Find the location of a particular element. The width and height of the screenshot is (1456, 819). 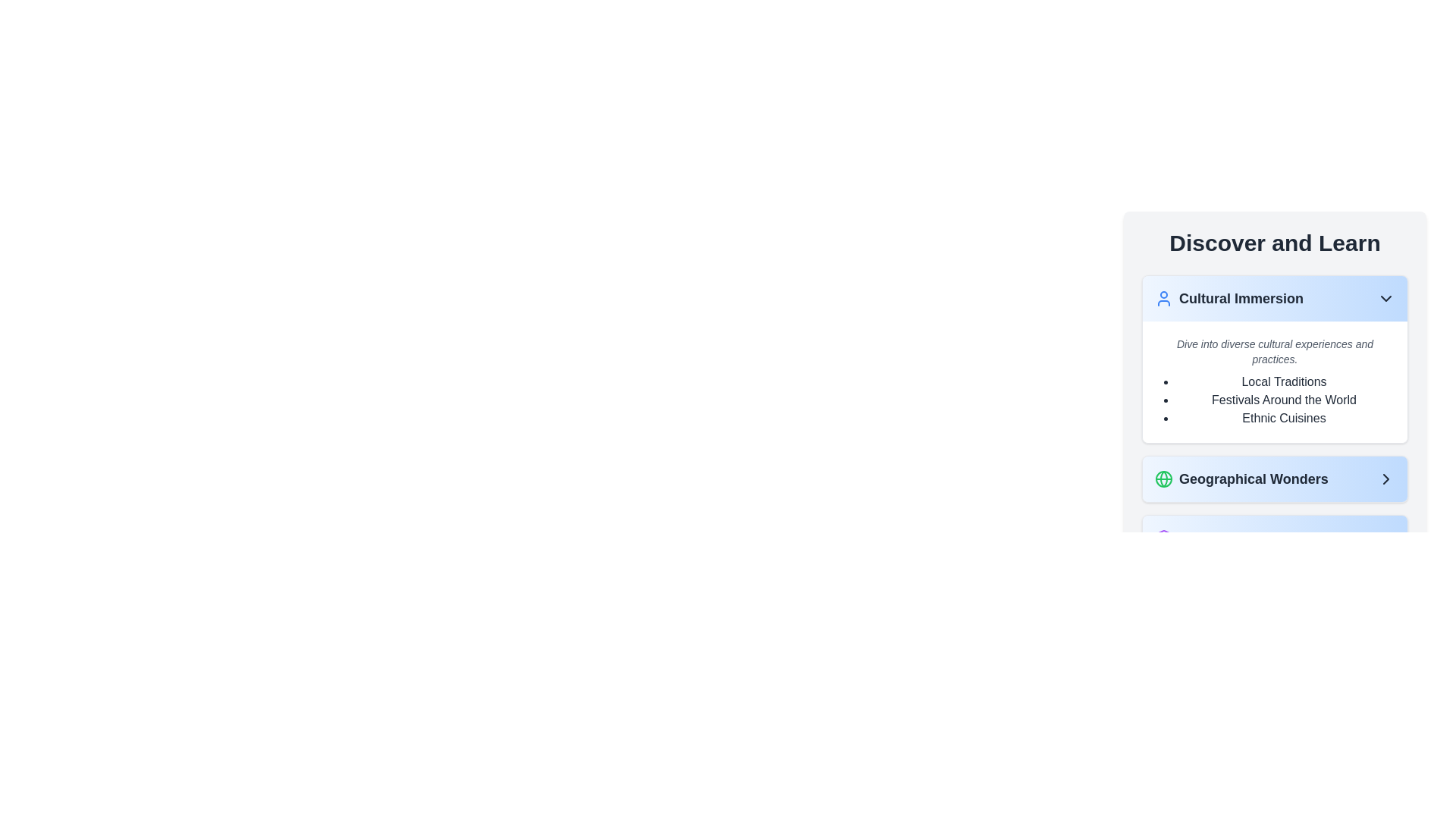

the 'Cultural Immersion' collapsible header button is located at coordinates (1274, 298).